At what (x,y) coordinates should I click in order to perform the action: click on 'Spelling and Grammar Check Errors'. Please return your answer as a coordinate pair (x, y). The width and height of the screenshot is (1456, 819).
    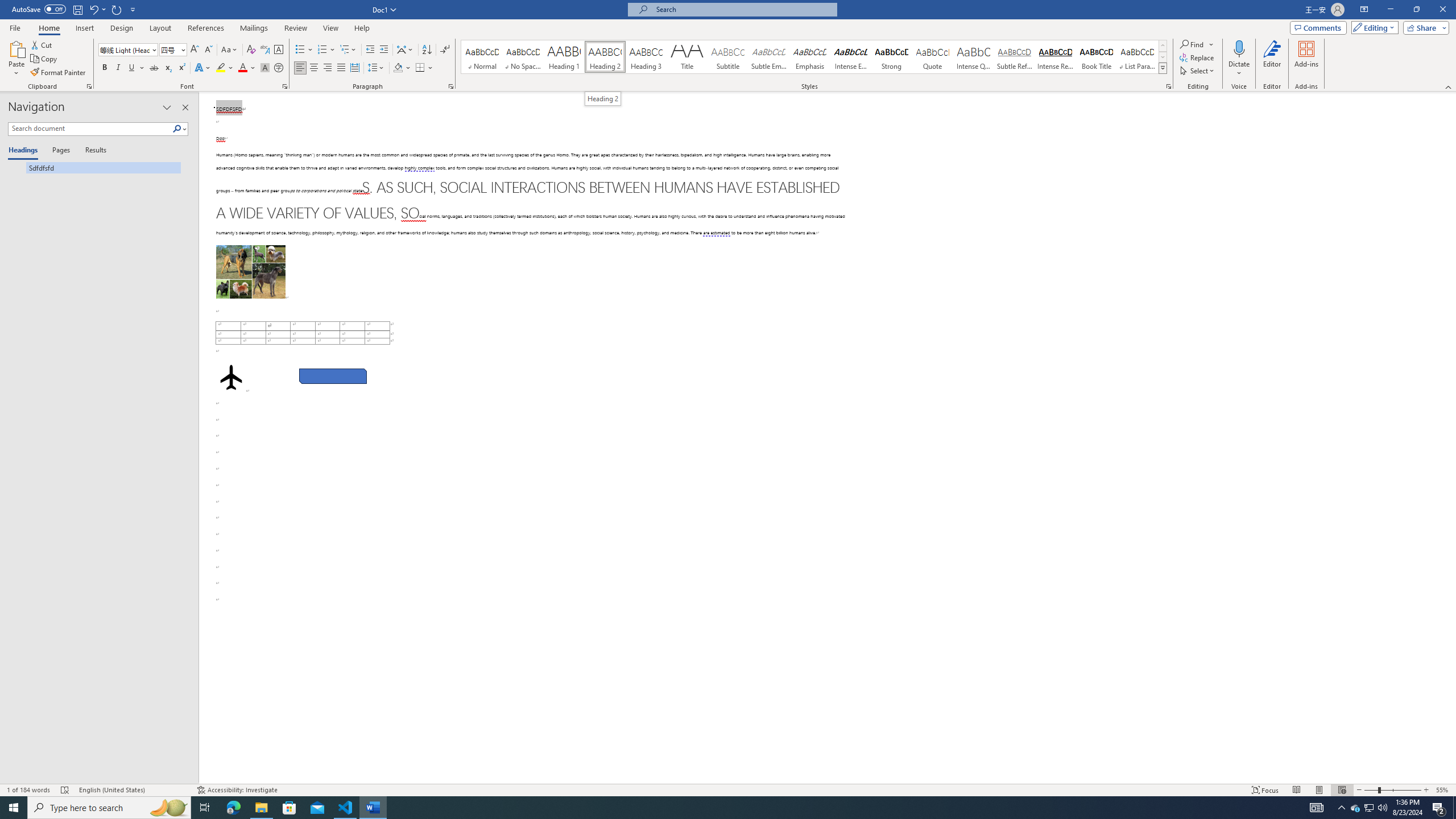
    Looking at the image, I should click on (65, 790).